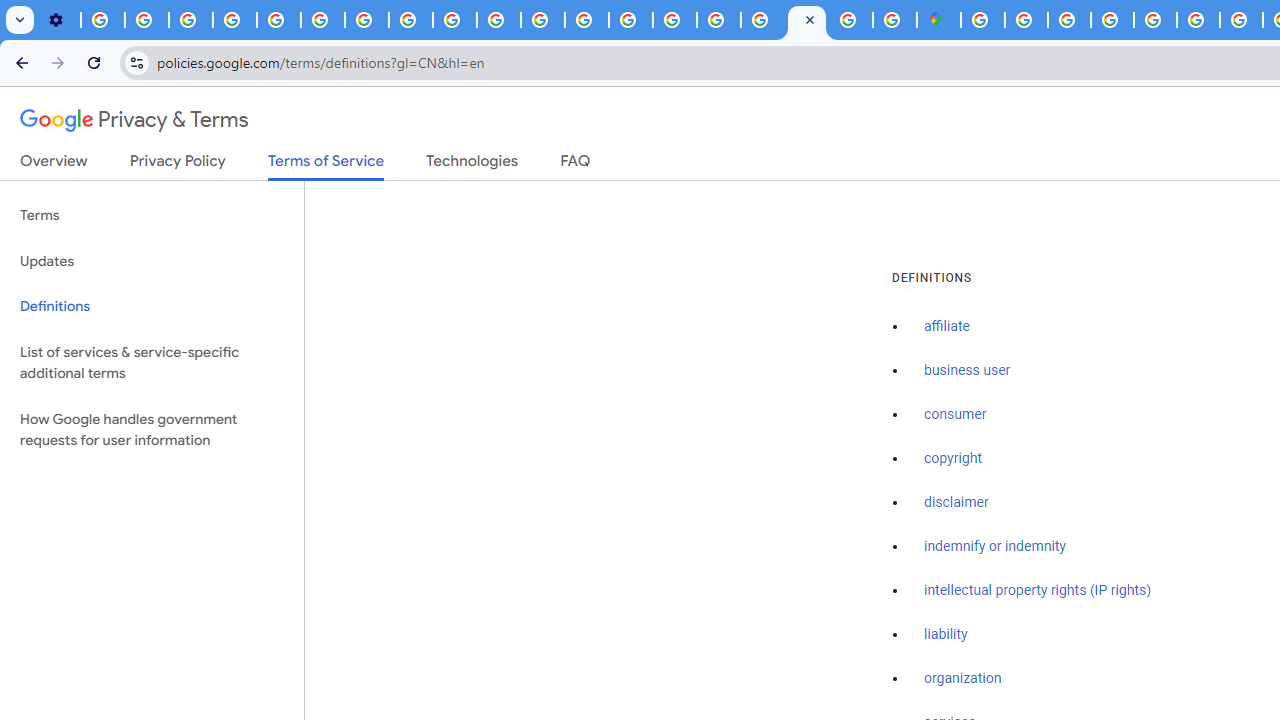  I want to click on 'organization', so click(963, 678).